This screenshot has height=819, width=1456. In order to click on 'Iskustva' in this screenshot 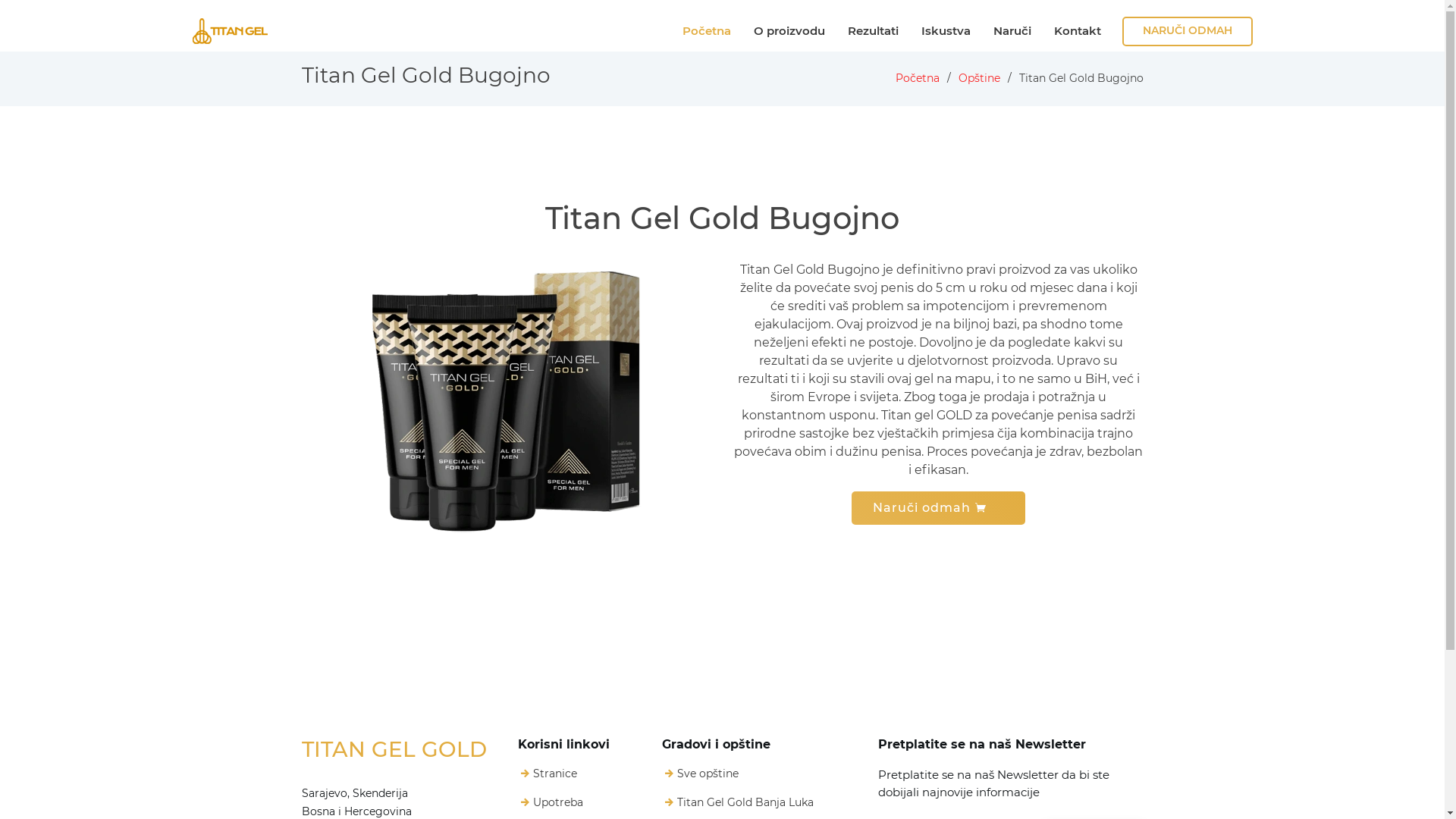, I will do `click(945, 31)`.